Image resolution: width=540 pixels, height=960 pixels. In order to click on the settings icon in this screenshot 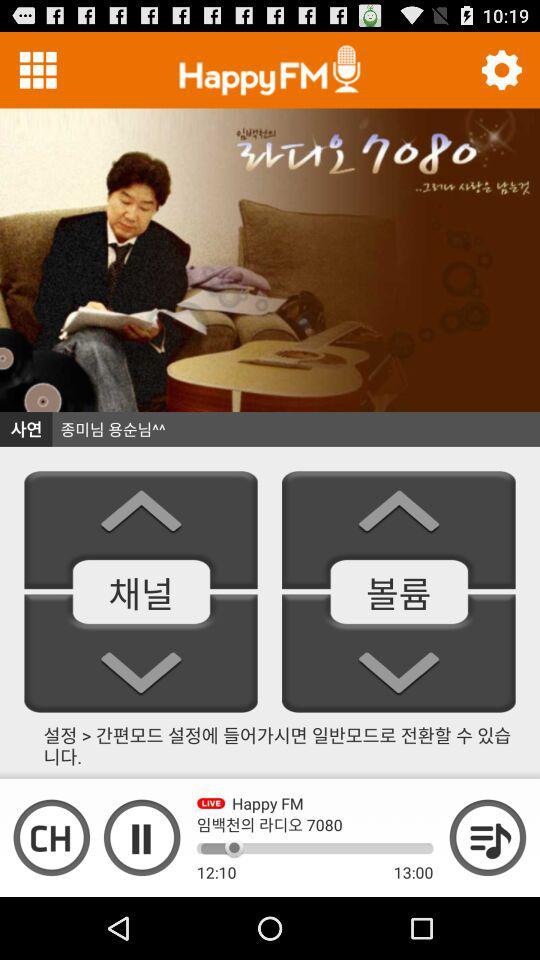, I will do `click(500, 74)`.